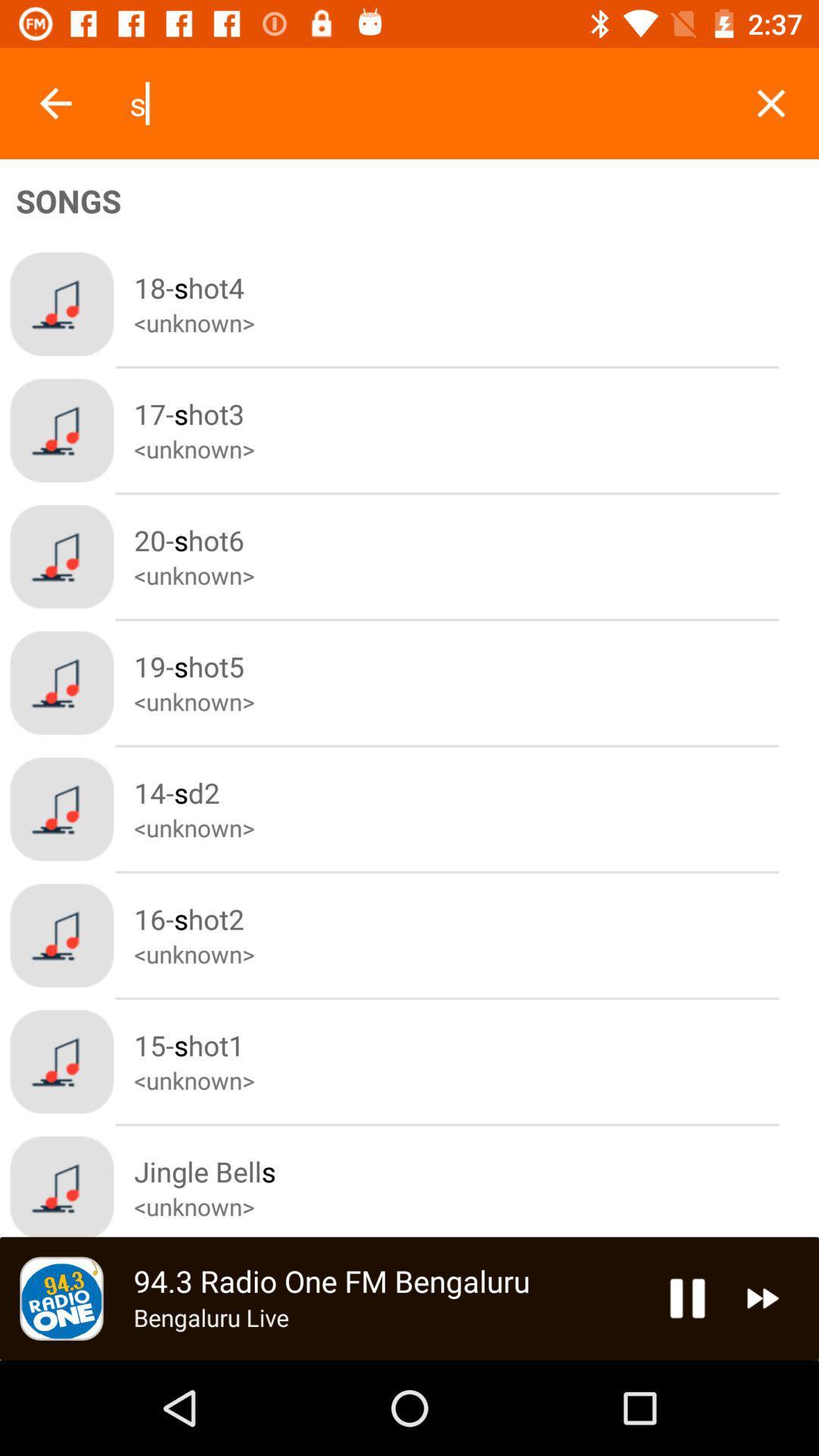 Image resolution: width=819 pixels, height=1456 pixels. Describe the element at coordinates (687, 1298) in the screenshot. I see `the pause icon` at that location.